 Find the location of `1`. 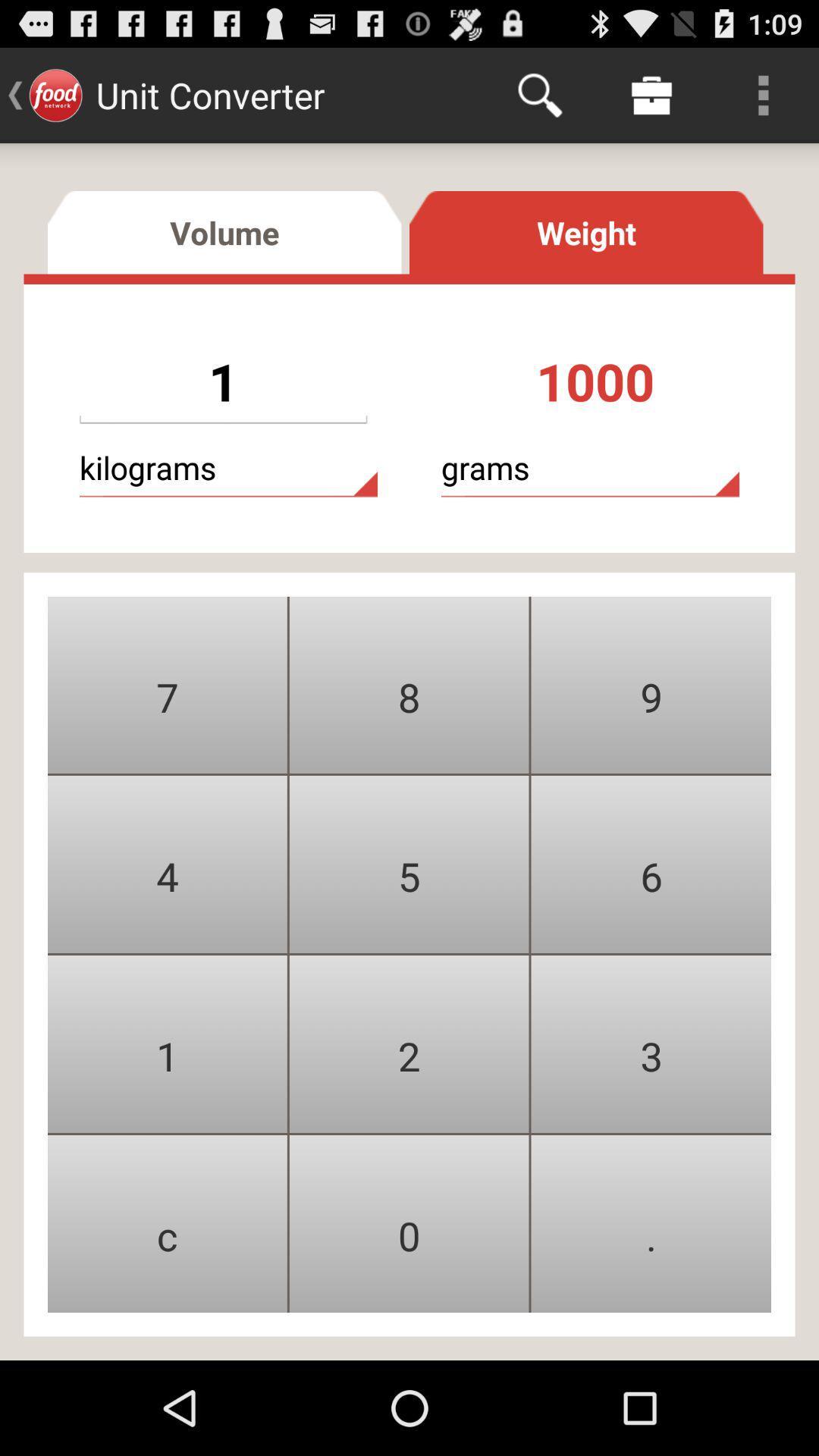

1 is located at coordinates (167, 1043).